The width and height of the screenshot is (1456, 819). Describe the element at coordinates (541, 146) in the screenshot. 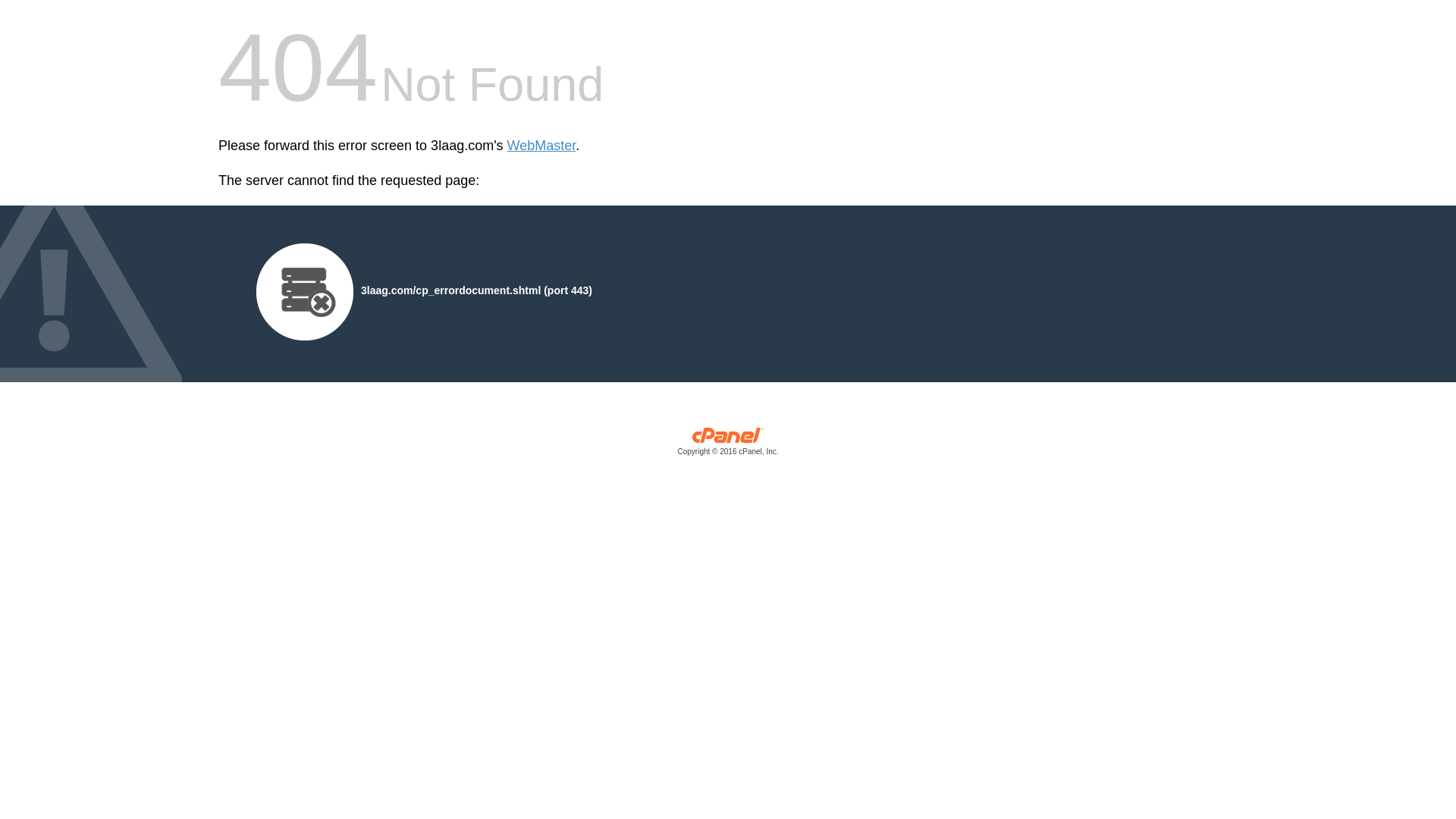

I see `'WebMaster'` at that location.